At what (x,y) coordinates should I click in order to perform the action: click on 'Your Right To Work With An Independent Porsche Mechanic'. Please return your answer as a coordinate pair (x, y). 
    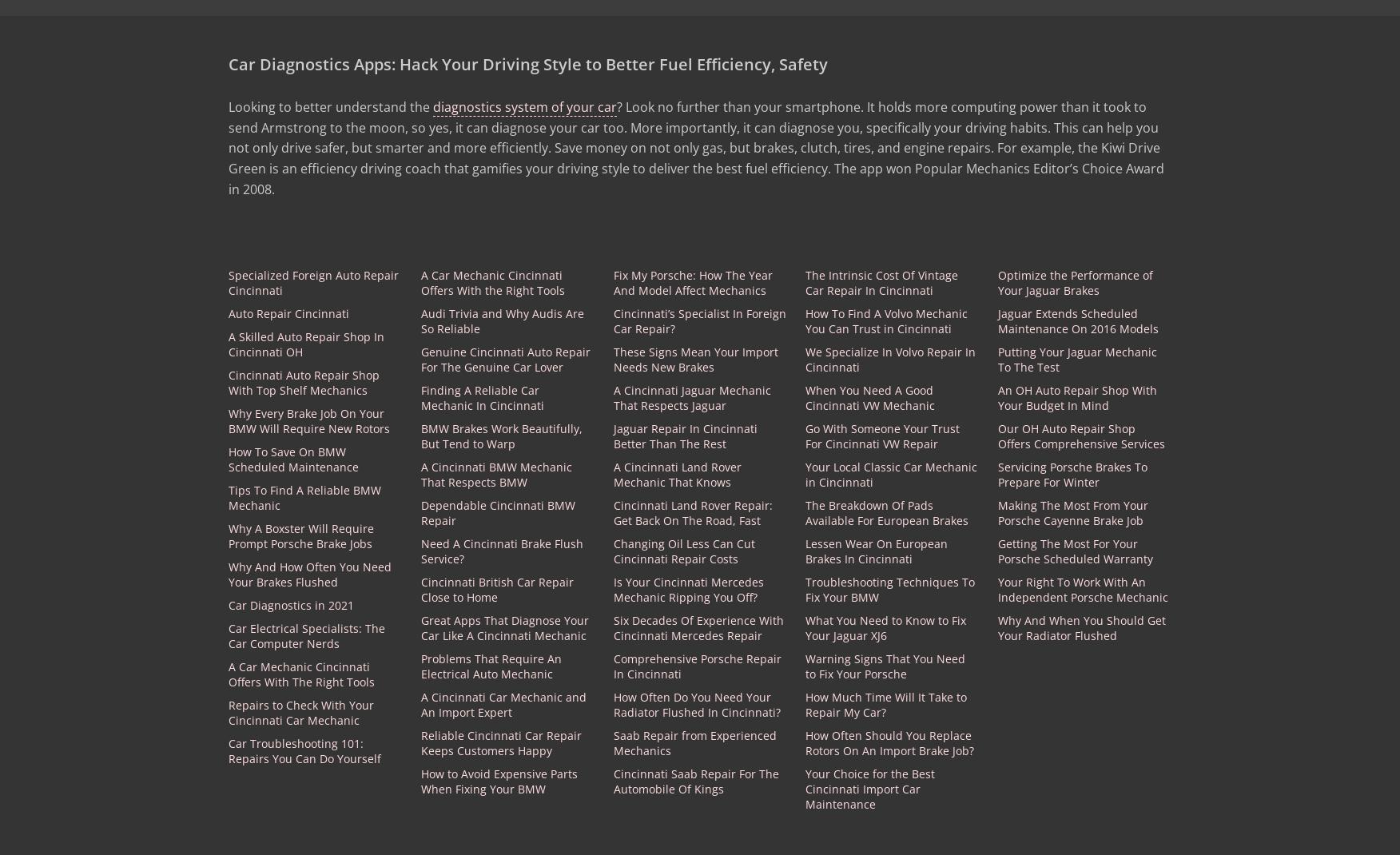
    Looking at the image, I should click on (1083, 588).